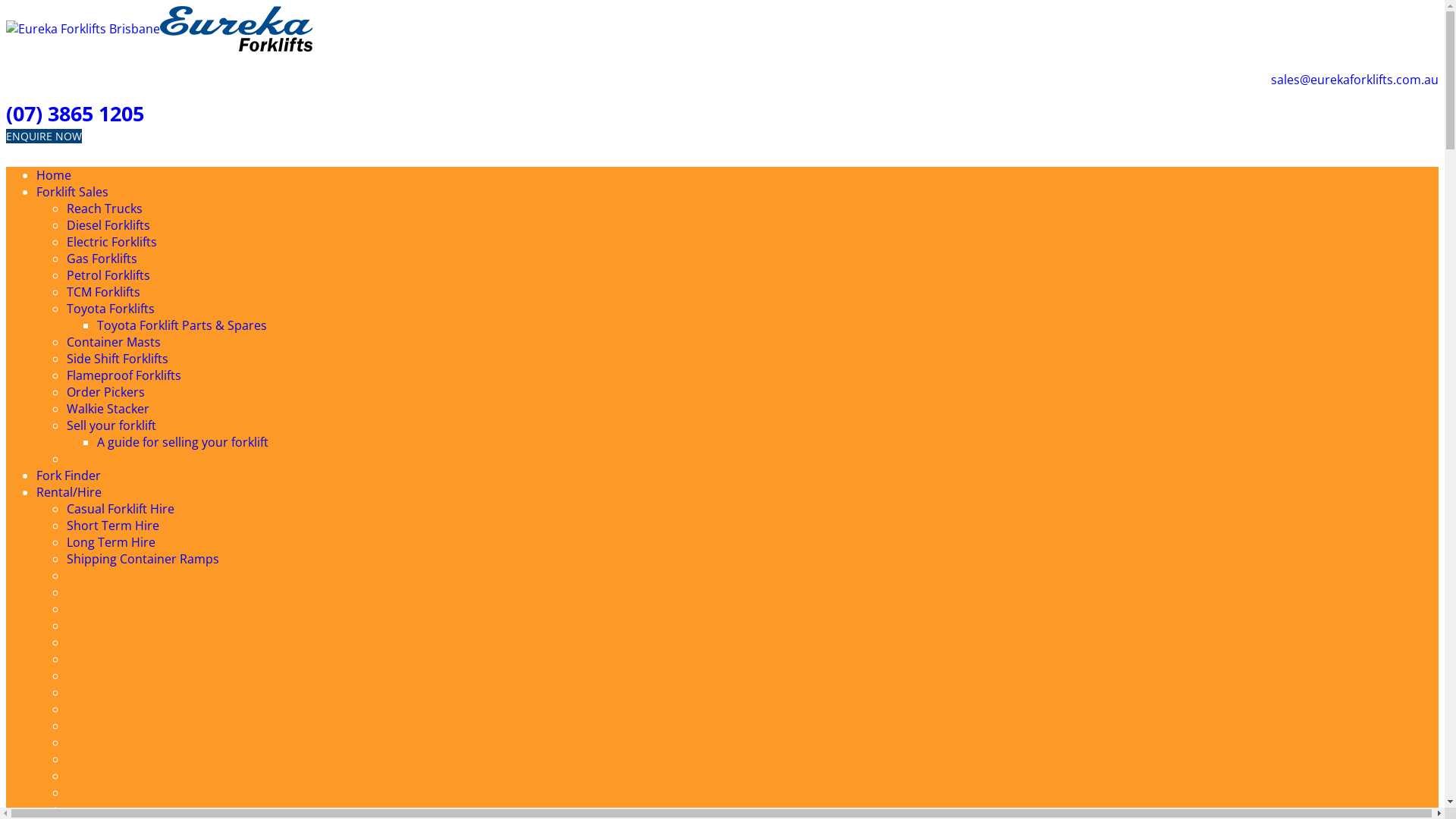 The height and width of the screenshot is (819, 1456). What do you see at coordinates (96, 324) in the screenshot?
I see `'Toyota Forklift Parts & Spares'` at bounding box center [96, 324].